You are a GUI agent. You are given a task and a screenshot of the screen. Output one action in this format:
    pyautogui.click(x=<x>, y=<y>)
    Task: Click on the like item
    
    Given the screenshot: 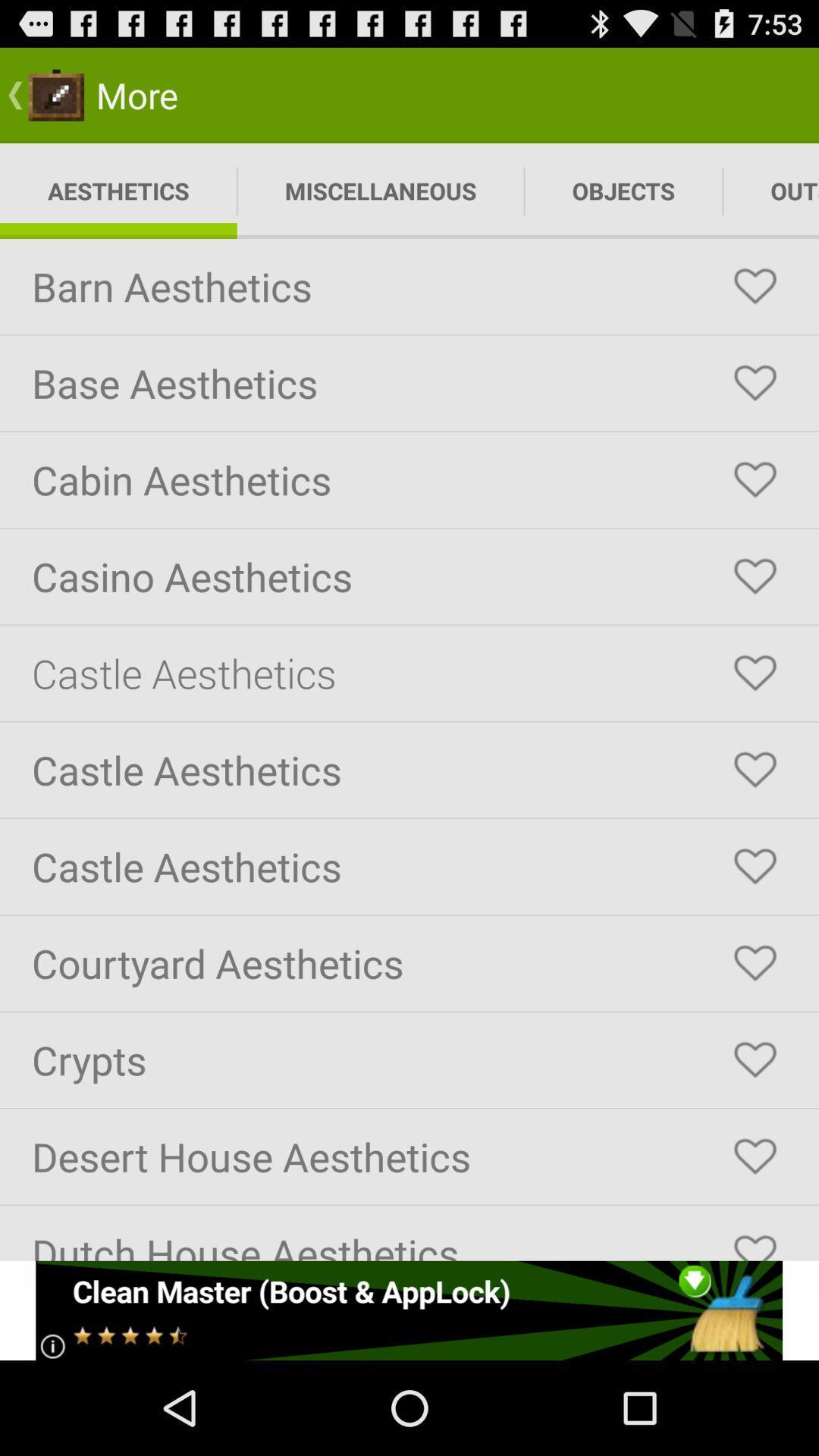 What is the action you would take?
    pyautogui.click(x=755, y=962)
    